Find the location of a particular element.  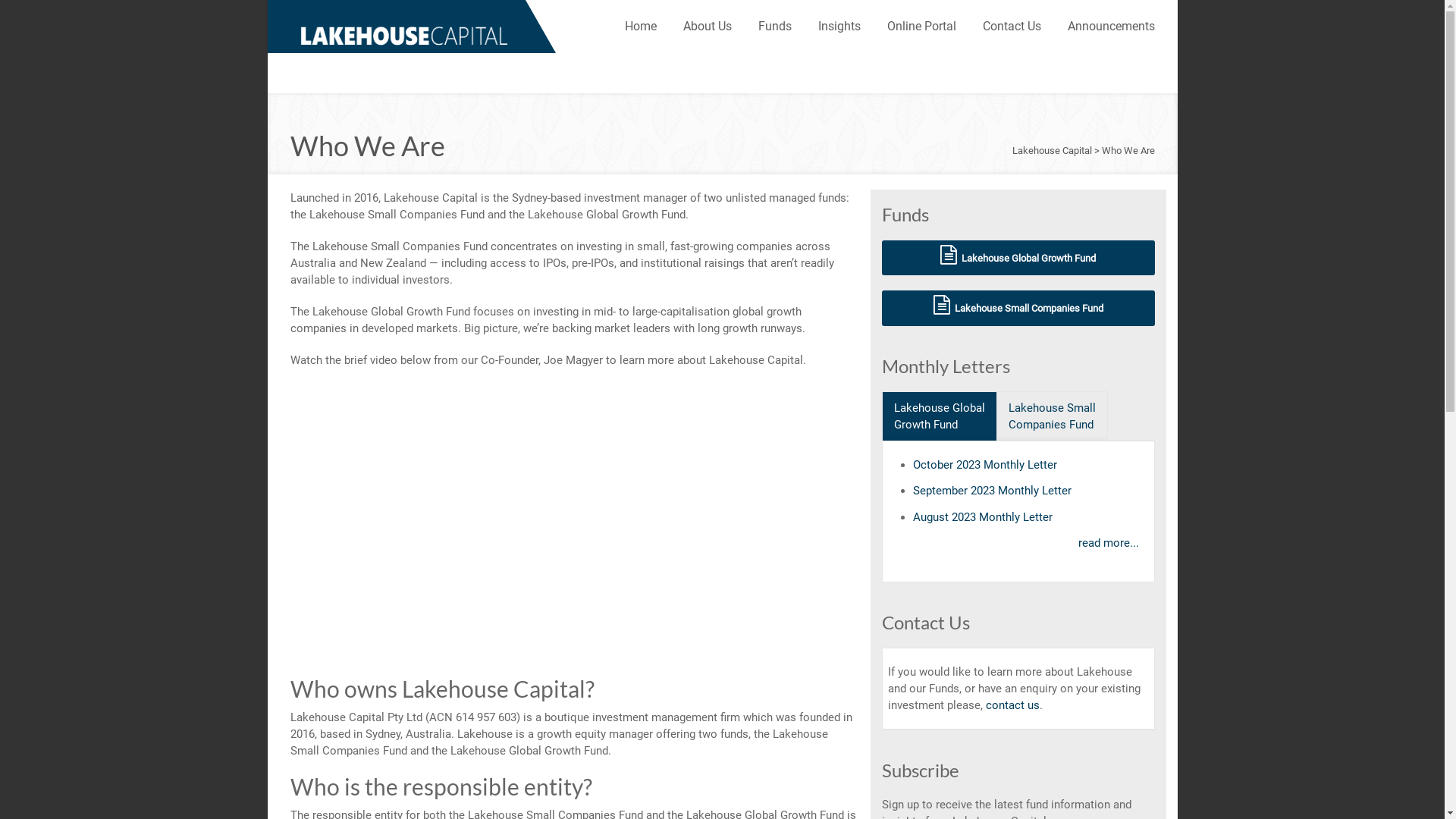

'Home' is located at coordinates (640, 26).